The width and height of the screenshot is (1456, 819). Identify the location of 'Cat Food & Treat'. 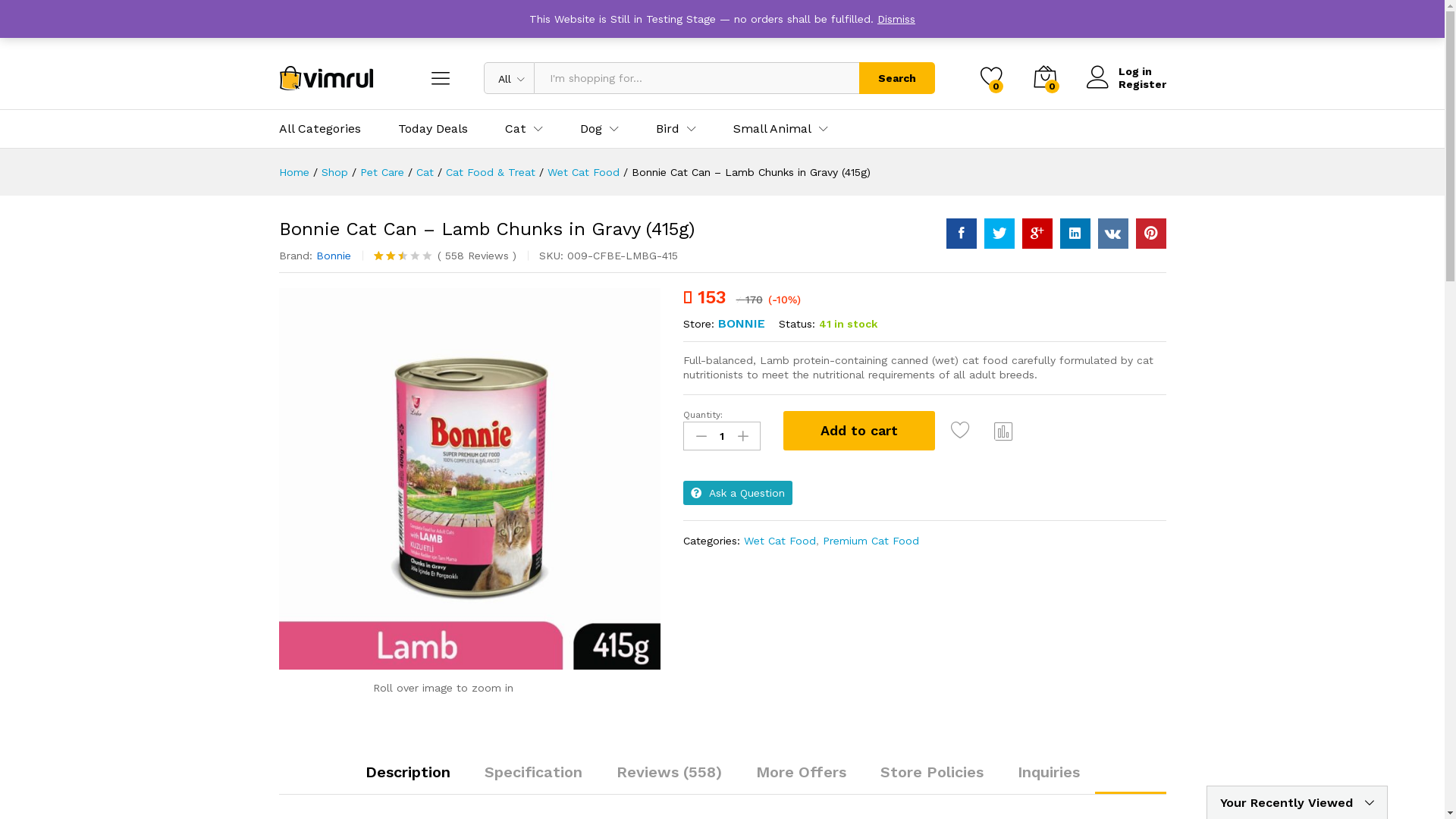
(491, 171).